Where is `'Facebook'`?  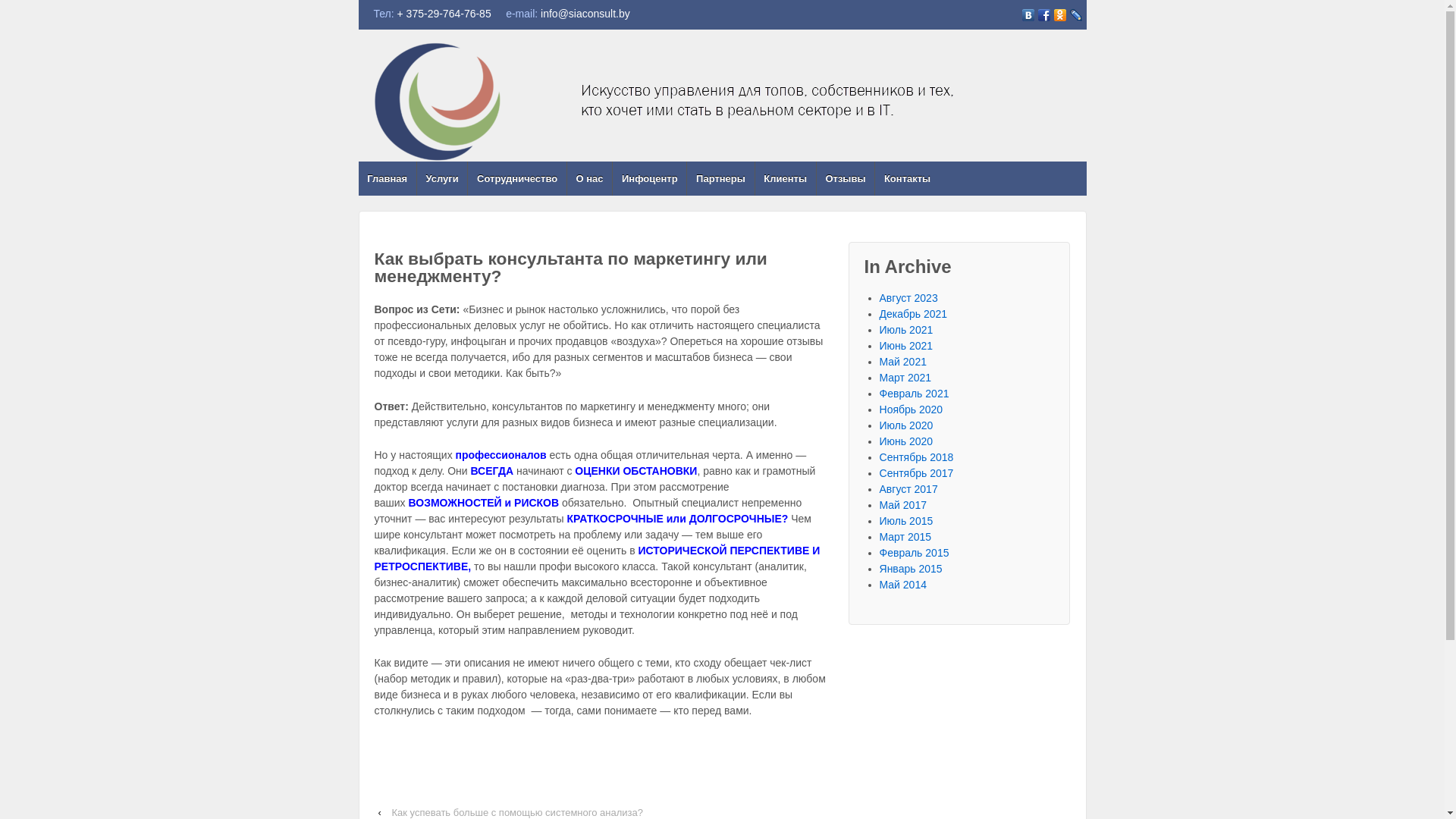 'Facebook' is located at coordinates (1035, 14).